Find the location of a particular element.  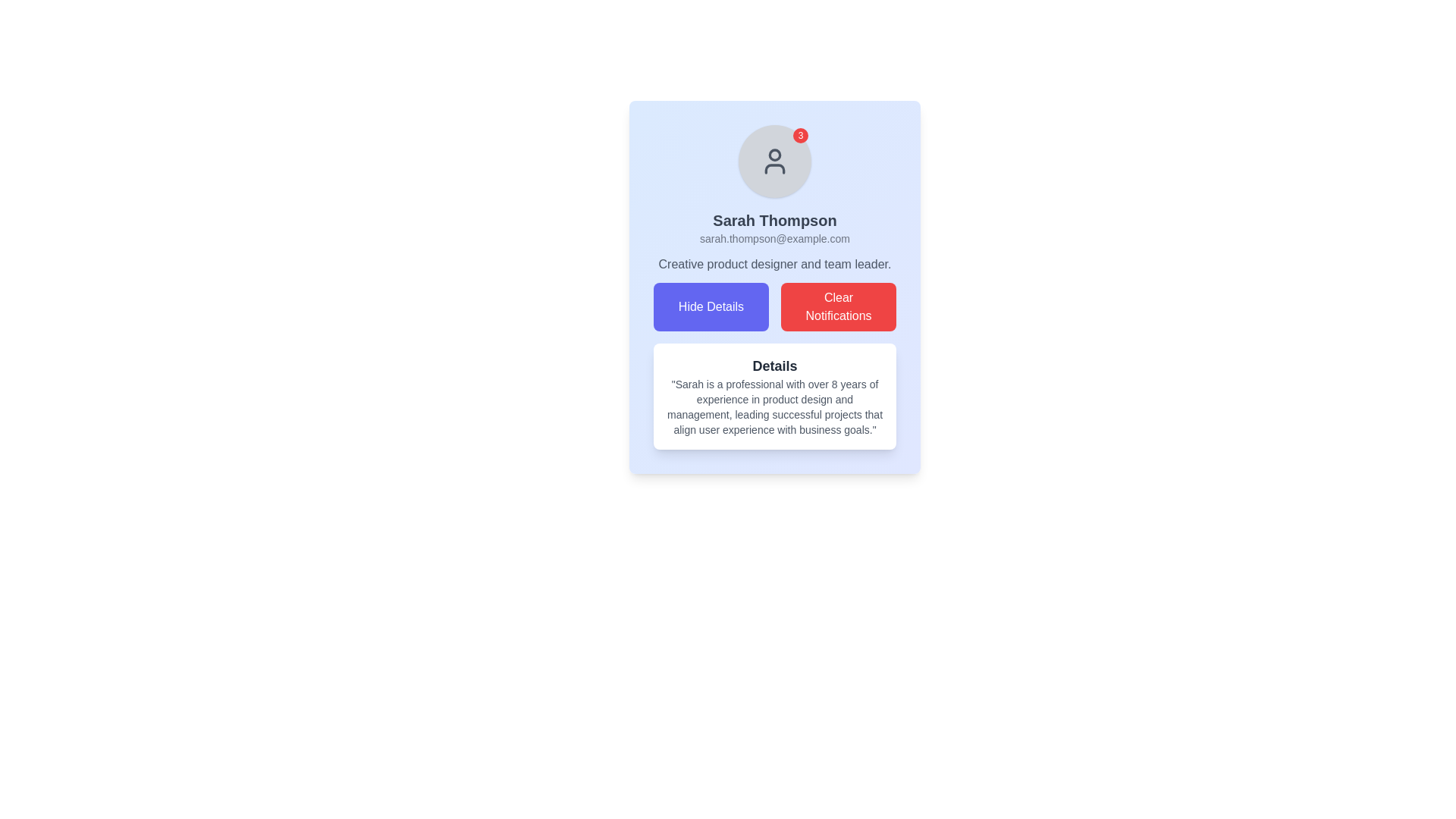

the Notification Badge located in the top-right corner of the avatar's bounding box on the profile card, which indicates new updates or messages is located at coordinates (800, 134).